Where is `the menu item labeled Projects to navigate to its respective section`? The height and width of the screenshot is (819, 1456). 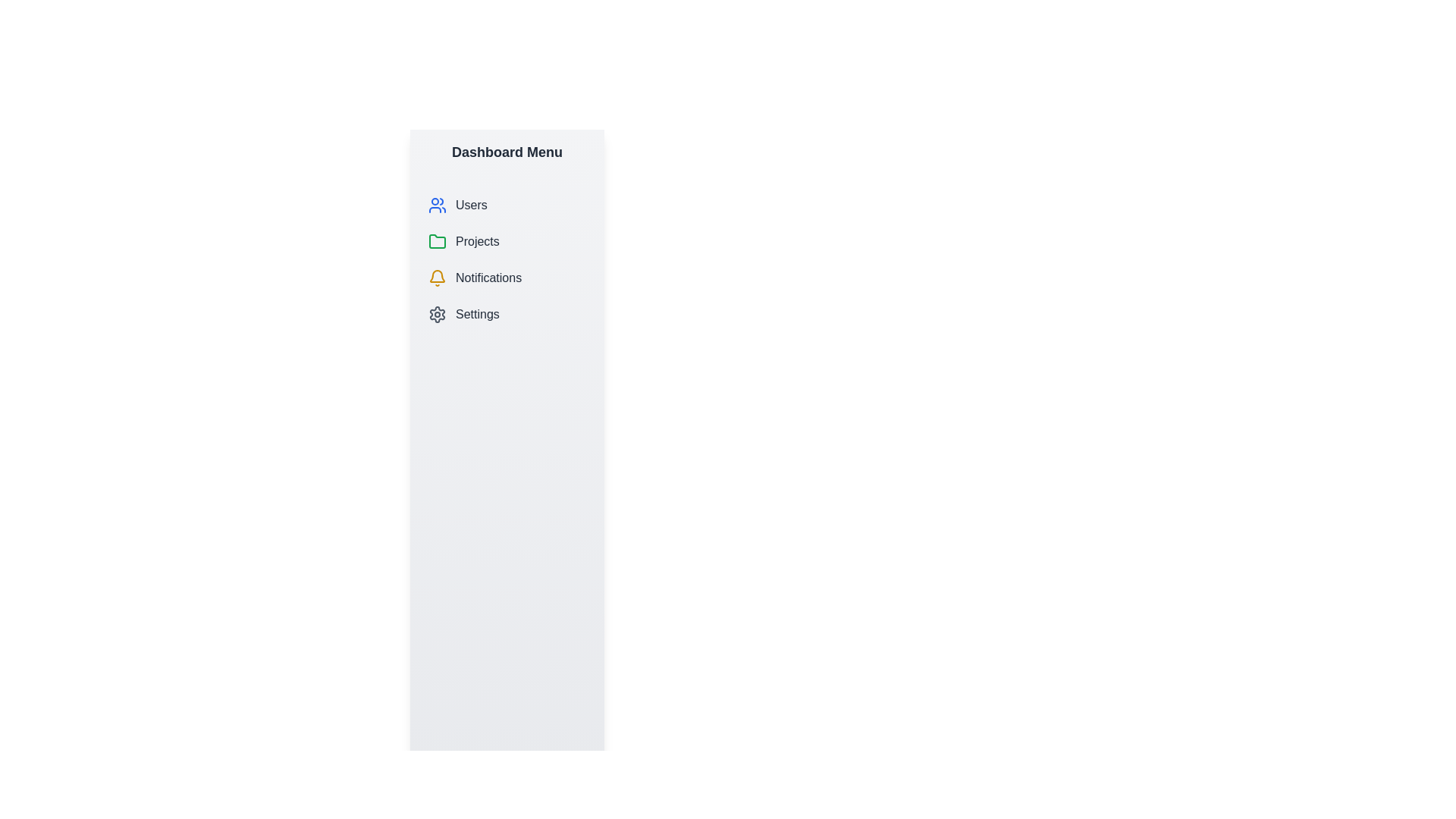
the menu item labeled Projects to navigate to its respective section is located at coordinates (507, 241).